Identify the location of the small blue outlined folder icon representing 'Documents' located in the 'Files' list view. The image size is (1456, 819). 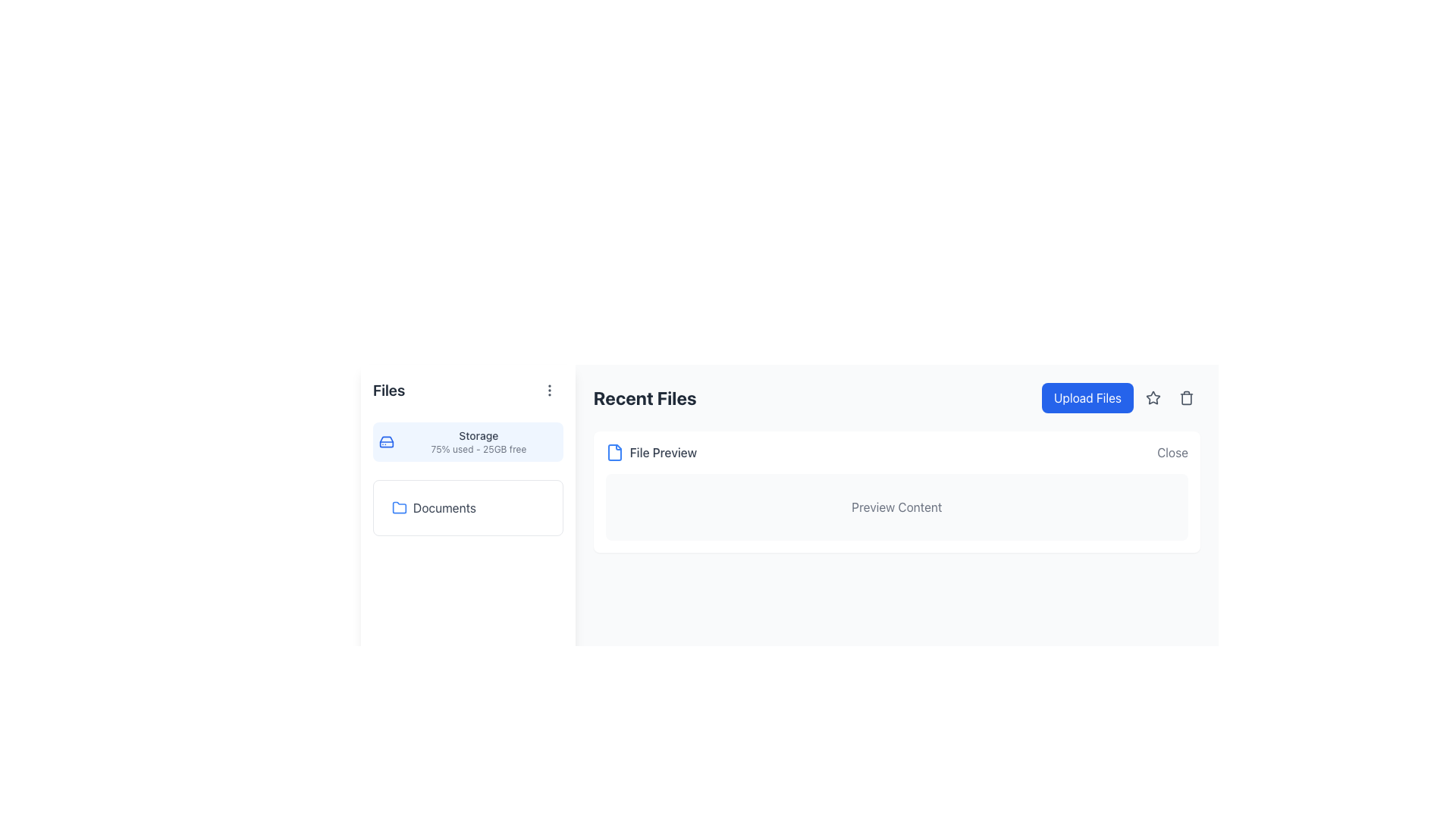
(400, 508).